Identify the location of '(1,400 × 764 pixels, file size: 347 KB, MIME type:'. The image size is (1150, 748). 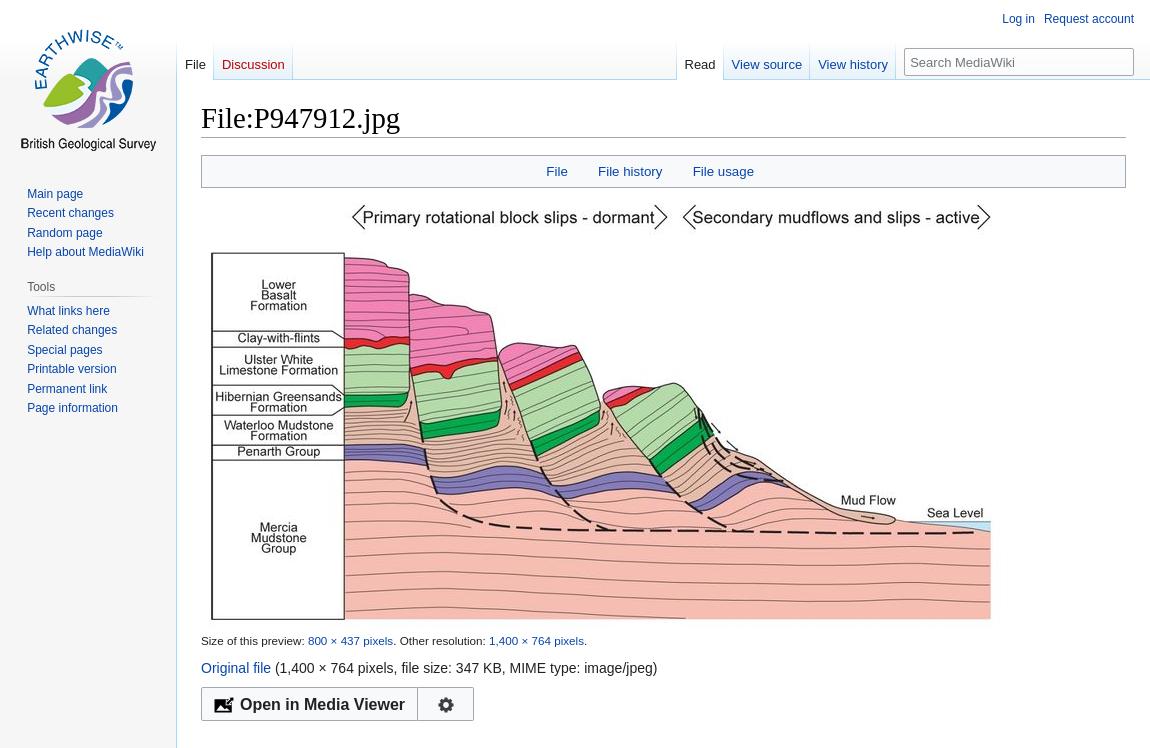
(428, 667).